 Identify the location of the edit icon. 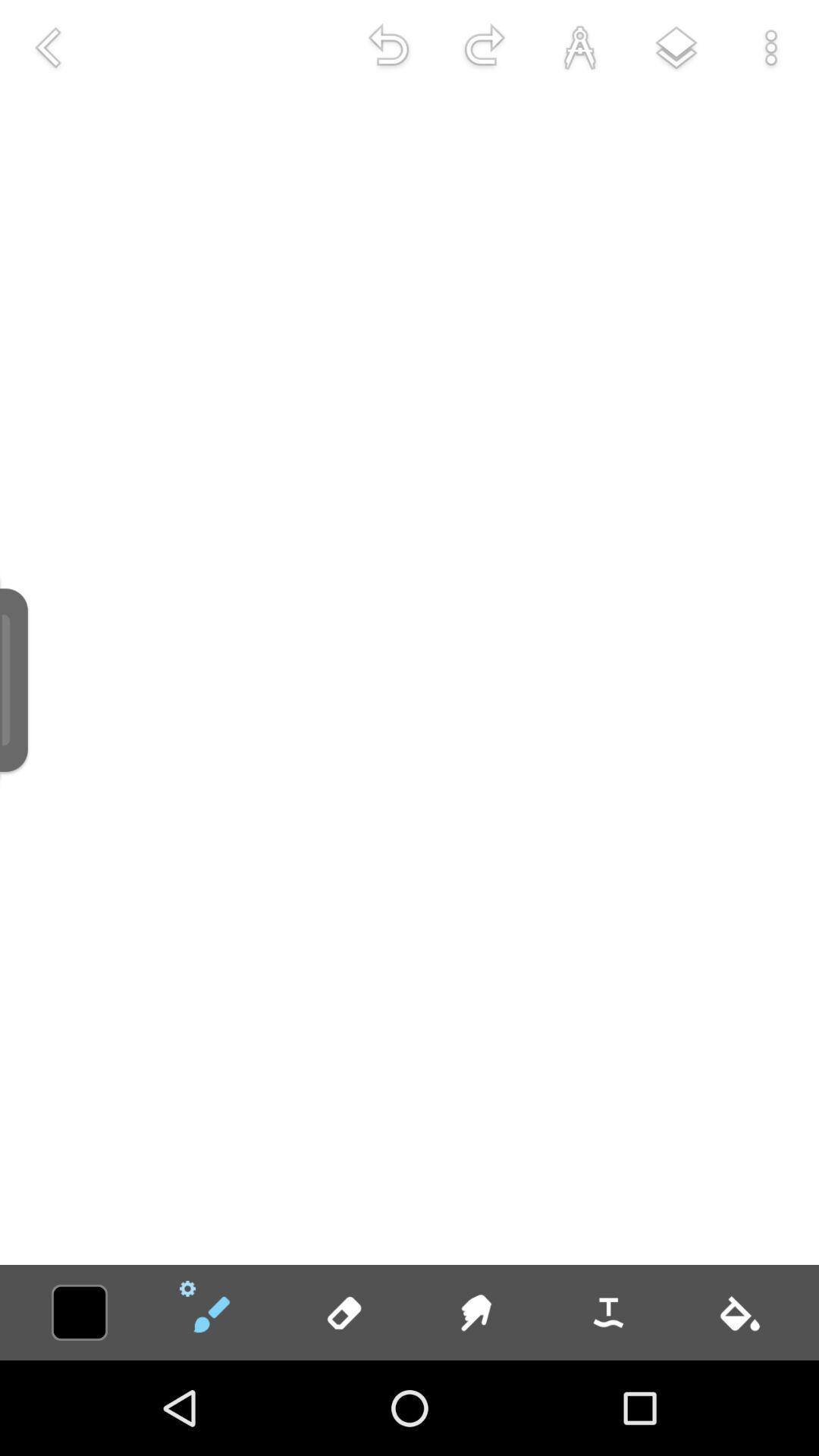
(211, 1312).